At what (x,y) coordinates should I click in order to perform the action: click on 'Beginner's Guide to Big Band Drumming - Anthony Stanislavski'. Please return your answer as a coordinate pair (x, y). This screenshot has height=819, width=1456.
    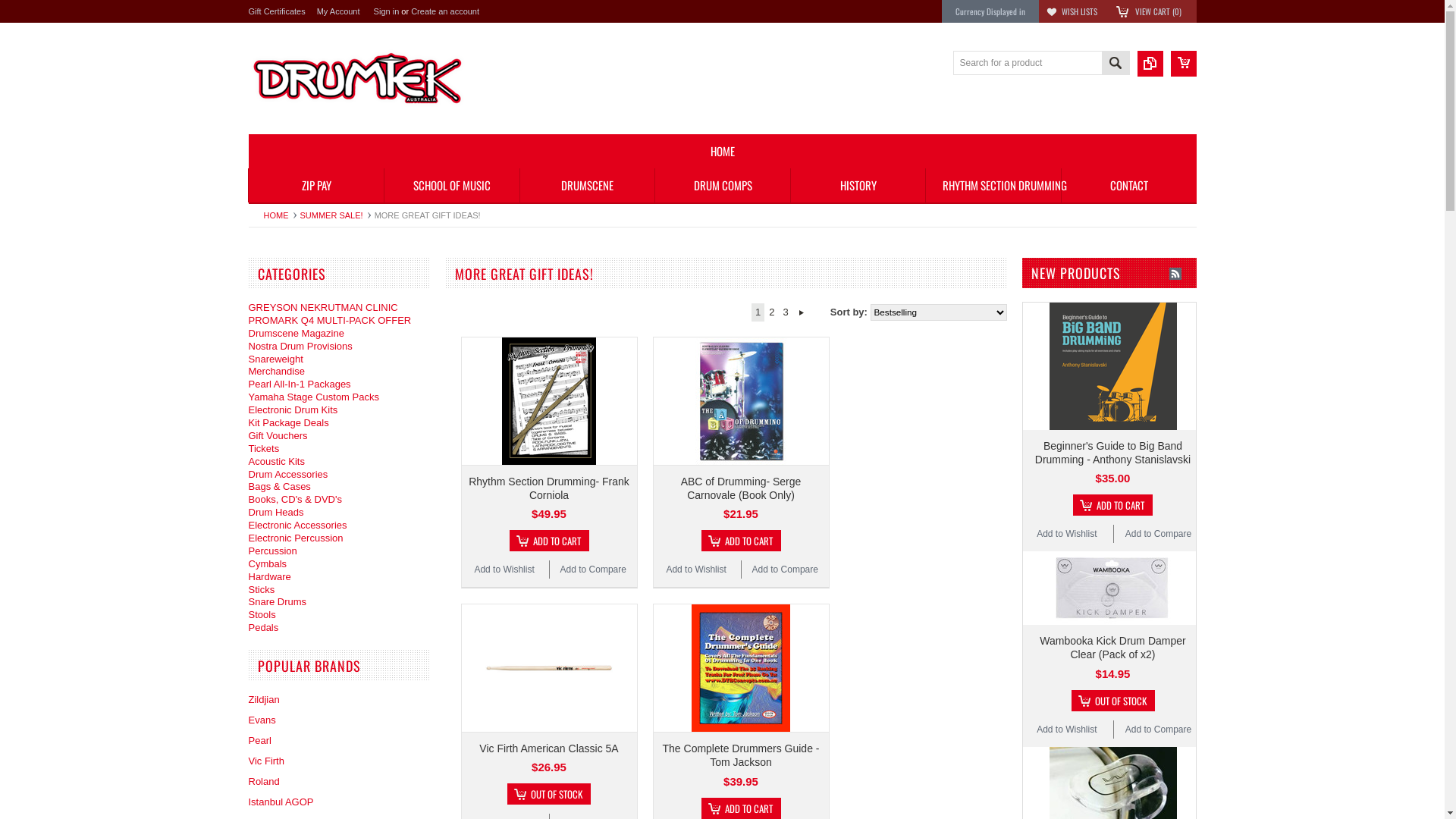
    Looking at the image, I should click on (1112, 452).